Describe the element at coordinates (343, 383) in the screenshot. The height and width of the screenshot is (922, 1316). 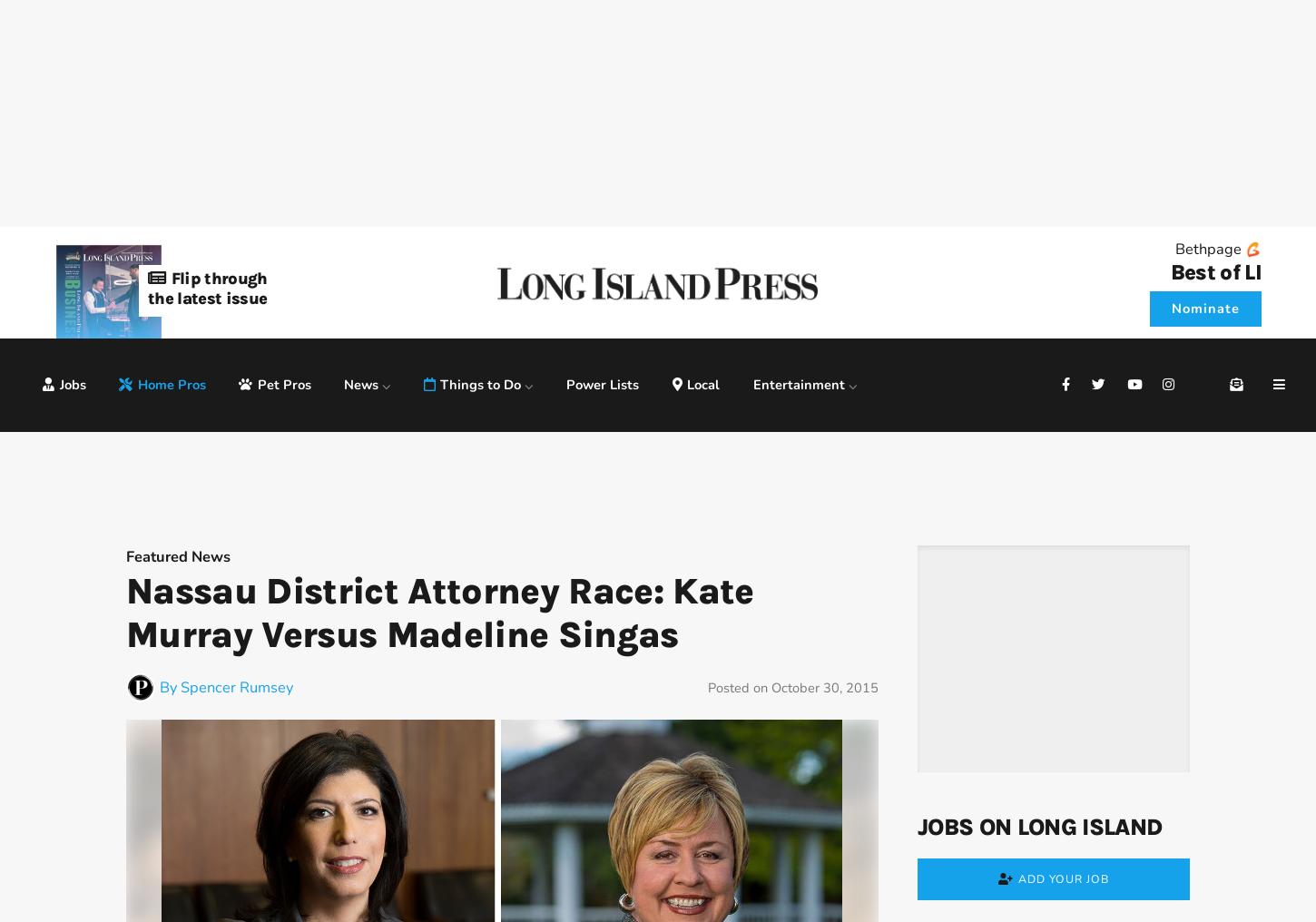
I see `'News'` at that location.